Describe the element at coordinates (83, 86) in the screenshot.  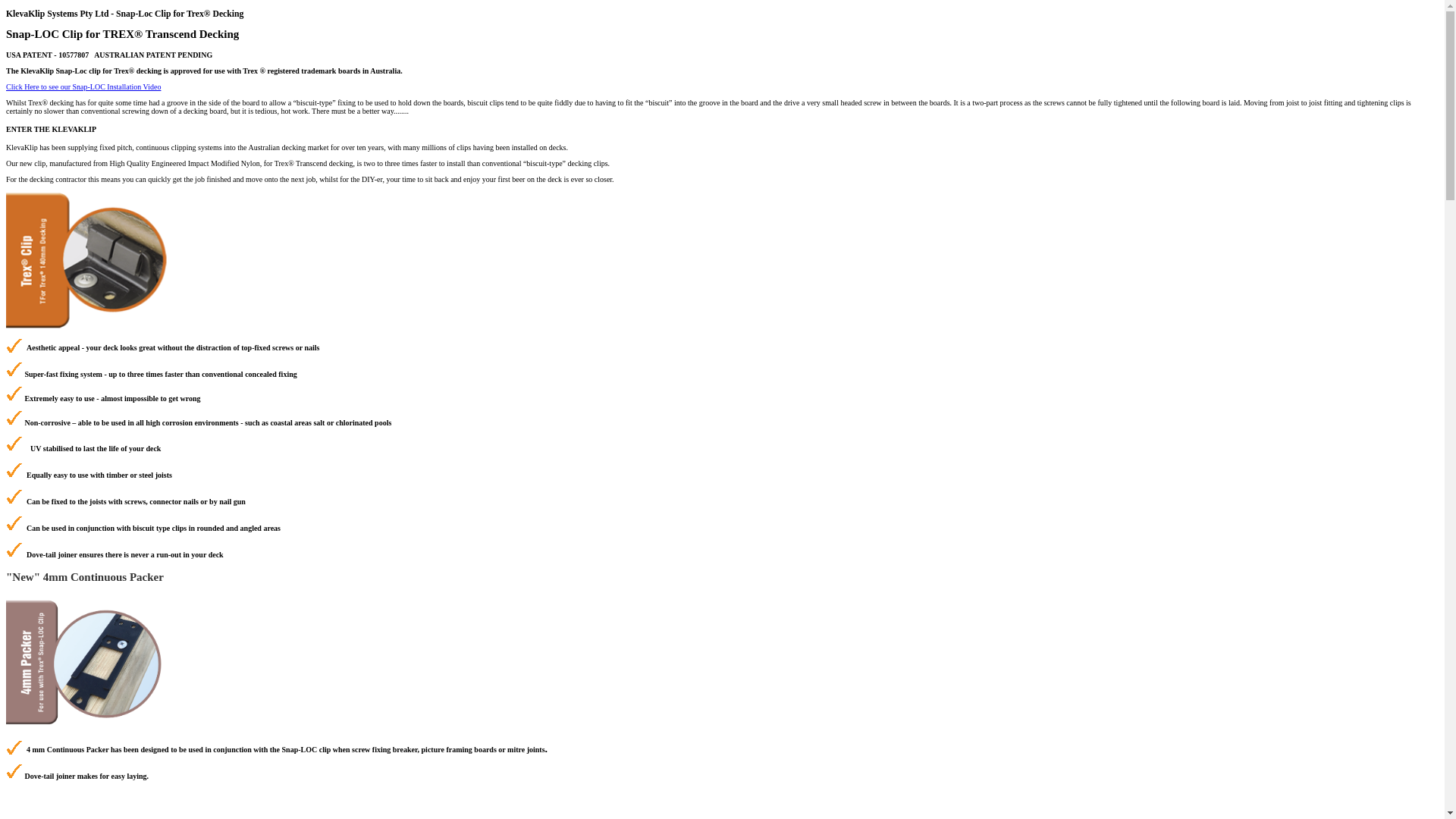
I see `'Click Here to see our Snap-LOC Installation Video'` at that location.